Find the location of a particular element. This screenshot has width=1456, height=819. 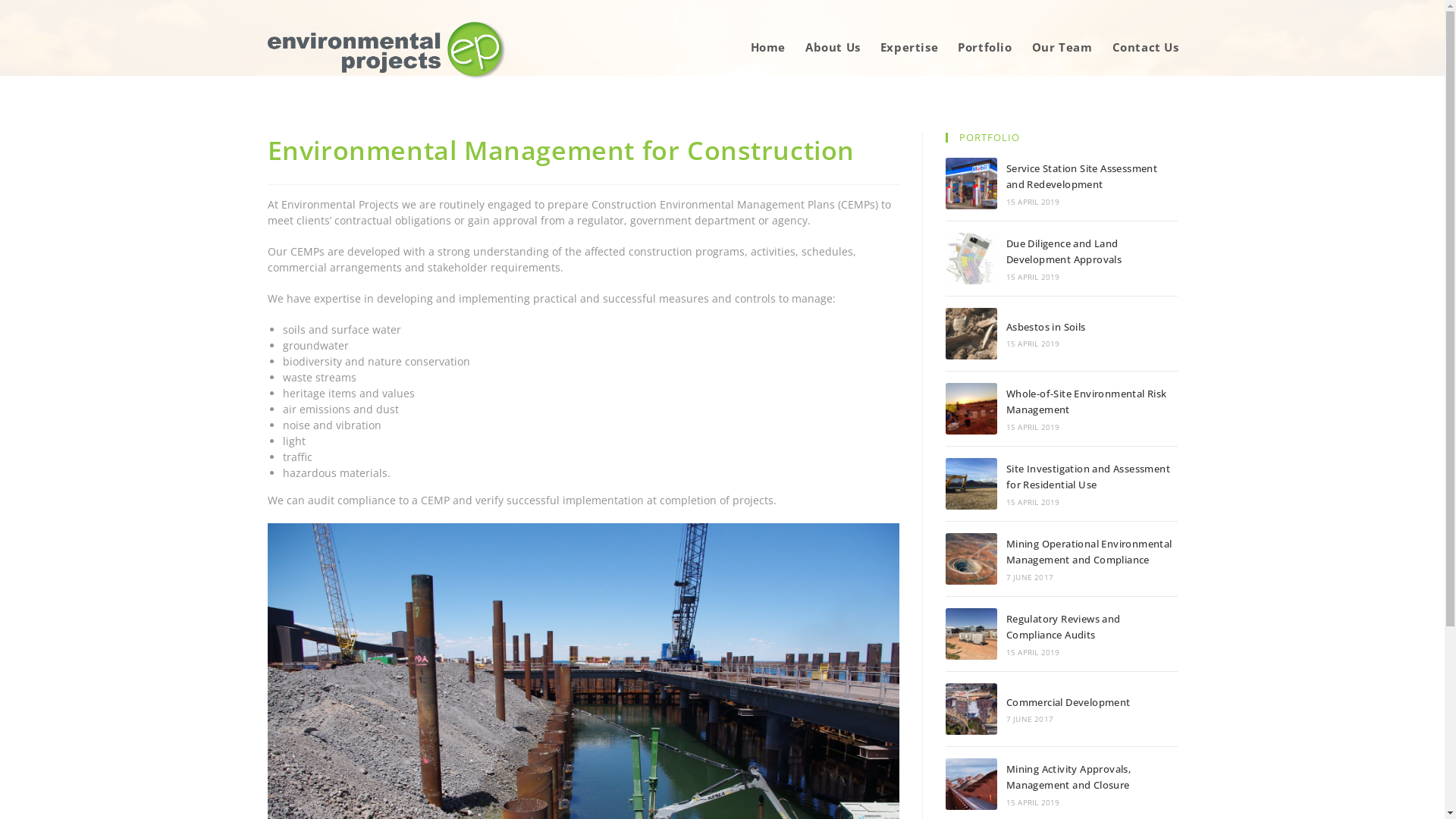

'Our Team' is located at coordinates (1062, 46).